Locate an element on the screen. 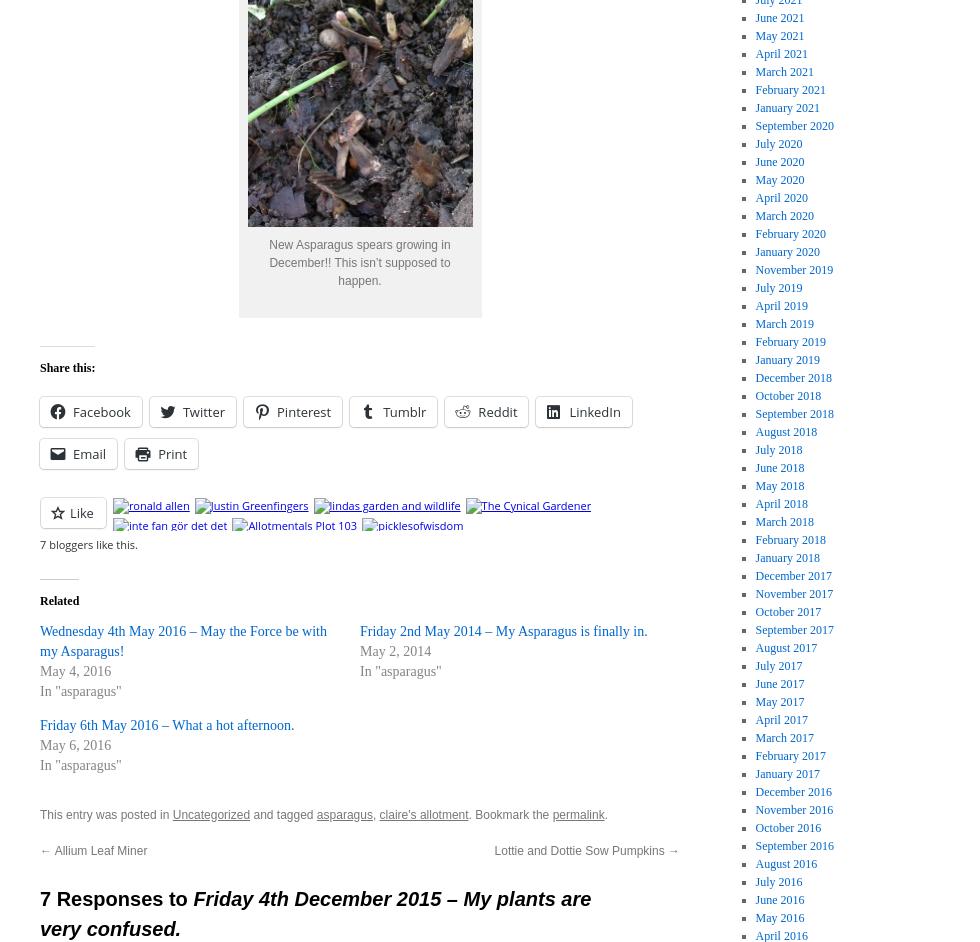 Image resolution: width=980 pixels, height=942 pixels. ',' is located at coordinates (375, 812).